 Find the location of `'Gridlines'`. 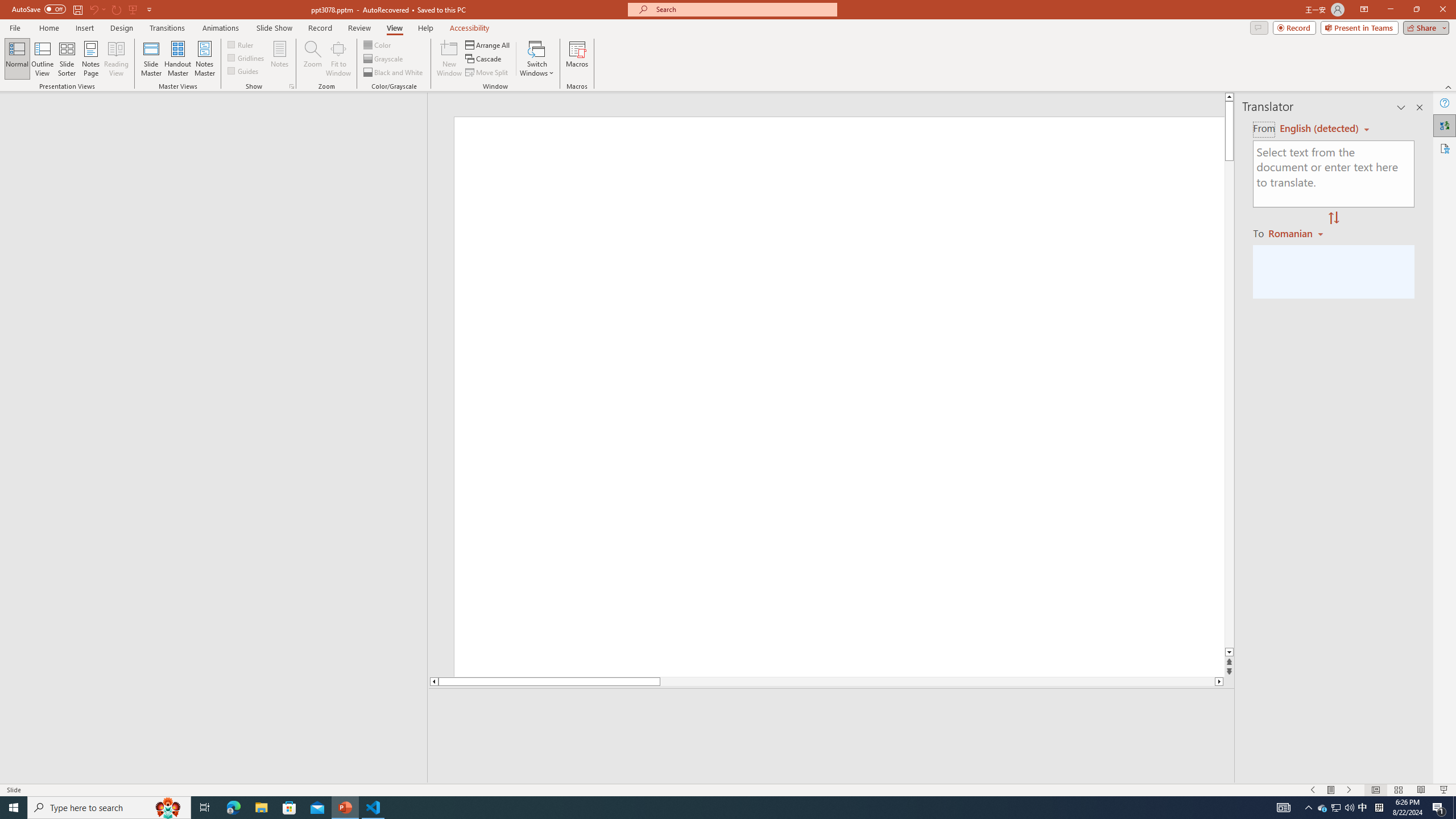

'Gridlines' is located at coordinates (246, 56).